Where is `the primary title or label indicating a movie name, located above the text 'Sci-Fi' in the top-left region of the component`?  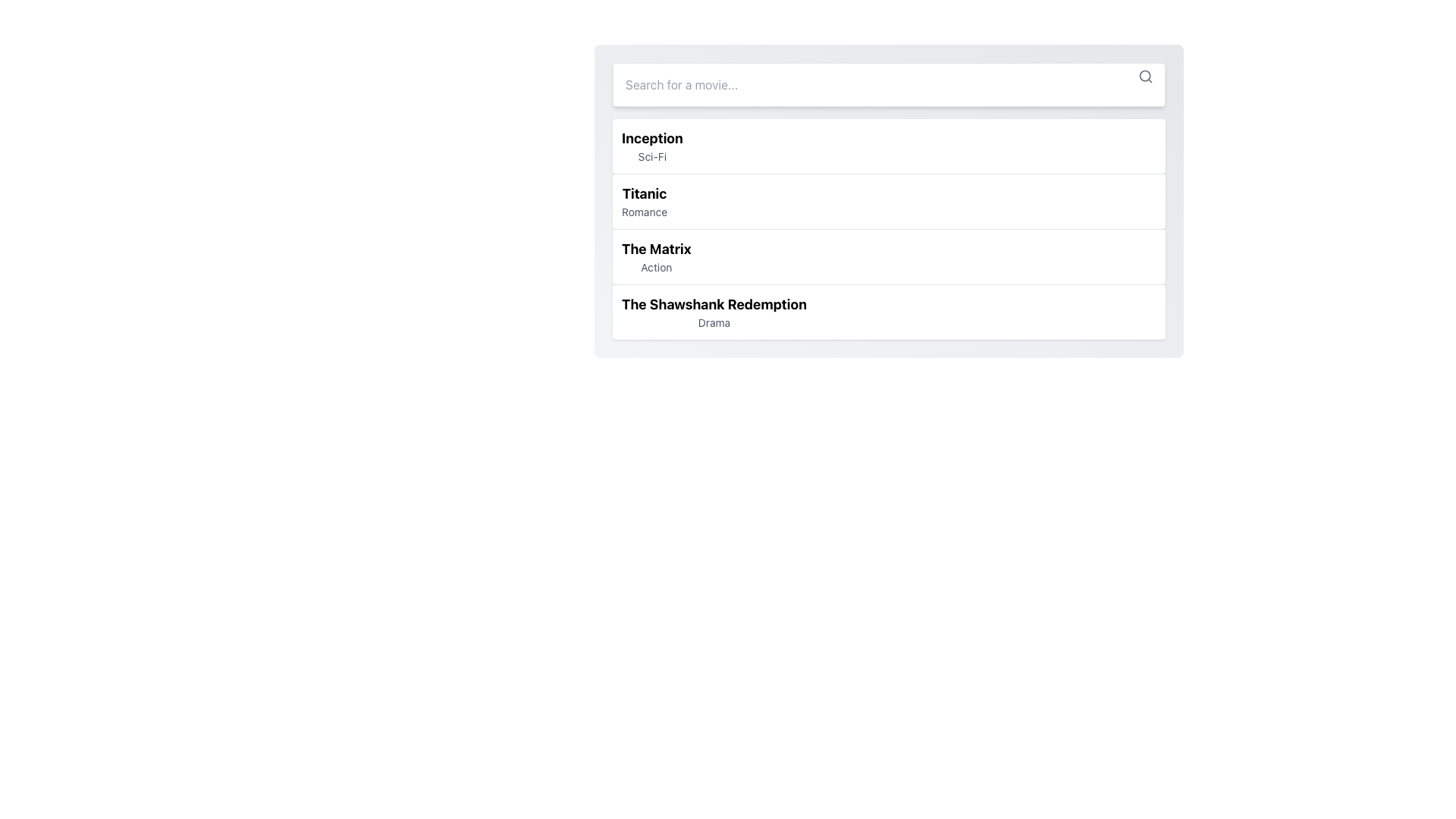 the primary title or label indicating a movie name, located above the text 'Sci-Fi' in the top-left region of the component is located at coordinates (652, 138).